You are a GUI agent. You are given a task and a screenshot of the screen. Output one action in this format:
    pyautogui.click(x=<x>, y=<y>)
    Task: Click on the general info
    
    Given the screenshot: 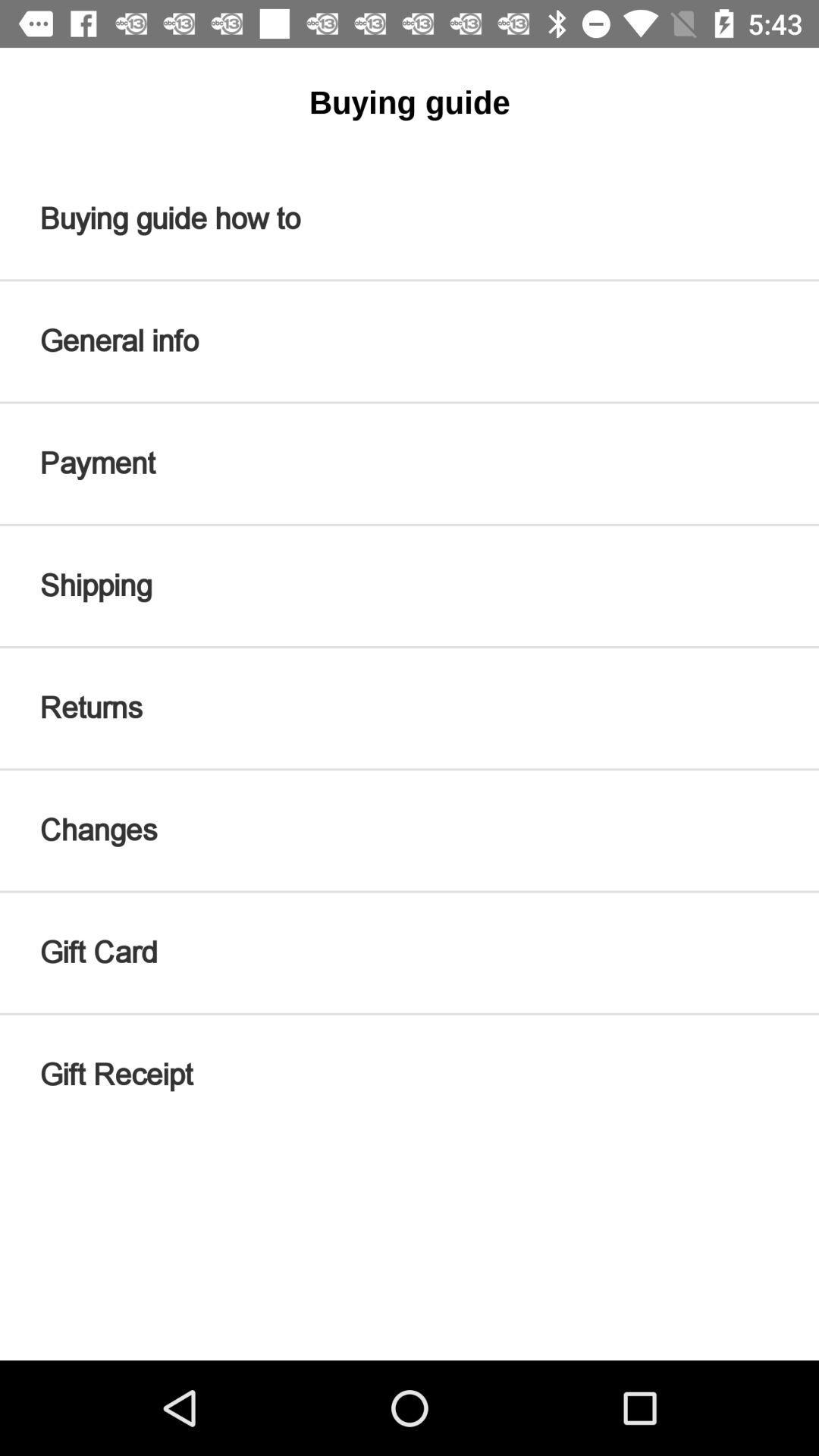 What is the action you would take?
    pyautogui.click(x=409, y=340)
    